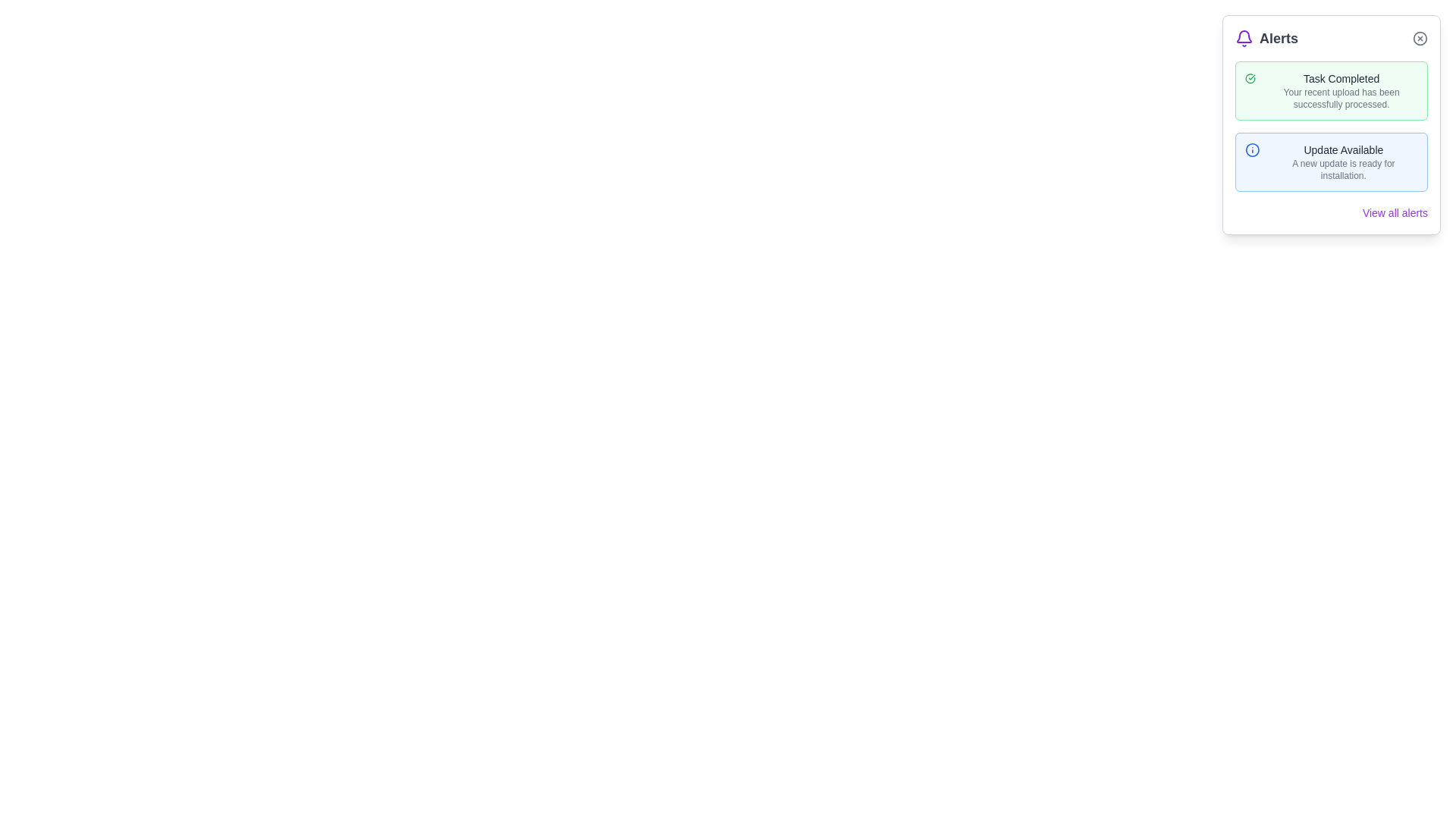 The width and height of the screenshot is (1456, 819). What do you see at coordinates (1266, 37) in the screenshot?
I see `the header element indicating alerts or notifications, which includes a bell icon and the text 'Alerts', located at the top-left corner of the notifications panel` at bounding box center [1266, 37].